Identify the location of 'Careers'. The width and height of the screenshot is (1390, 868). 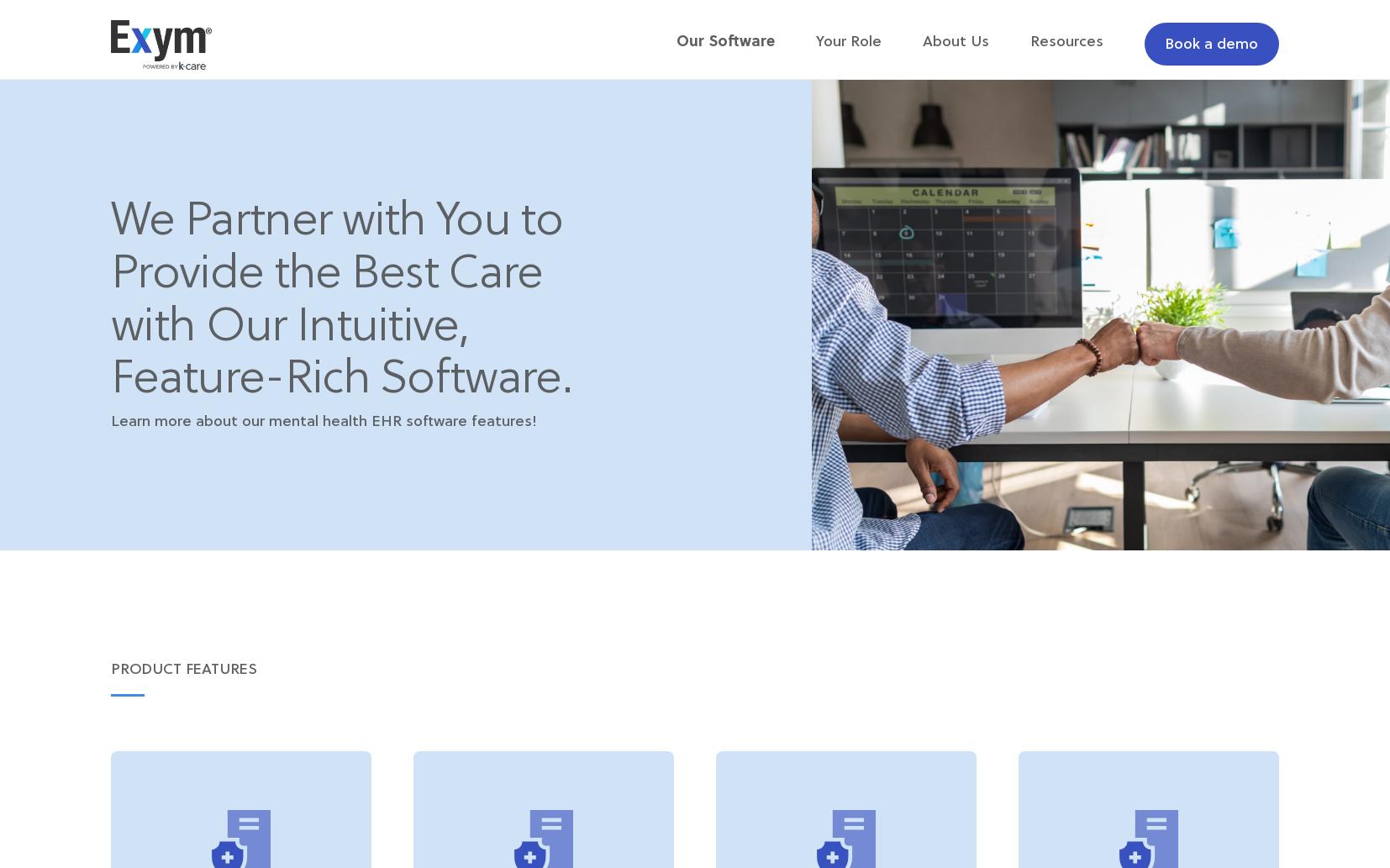
(1130, 105).